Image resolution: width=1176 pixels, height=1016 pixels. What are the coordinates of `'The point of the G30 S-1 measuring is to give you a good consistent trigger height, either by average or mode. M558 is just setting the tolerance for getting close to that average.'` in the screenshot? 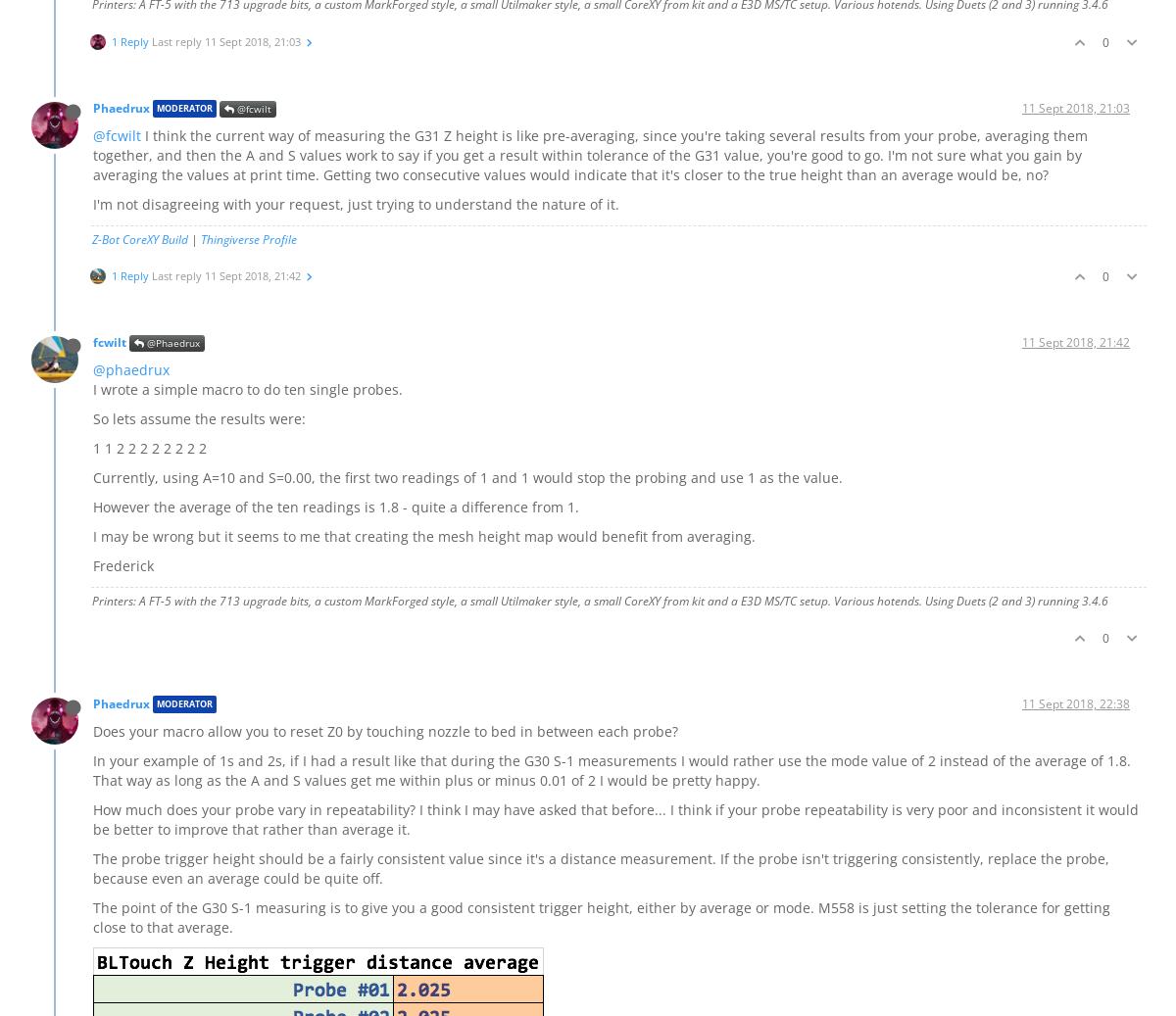 It's located at (602, 916).